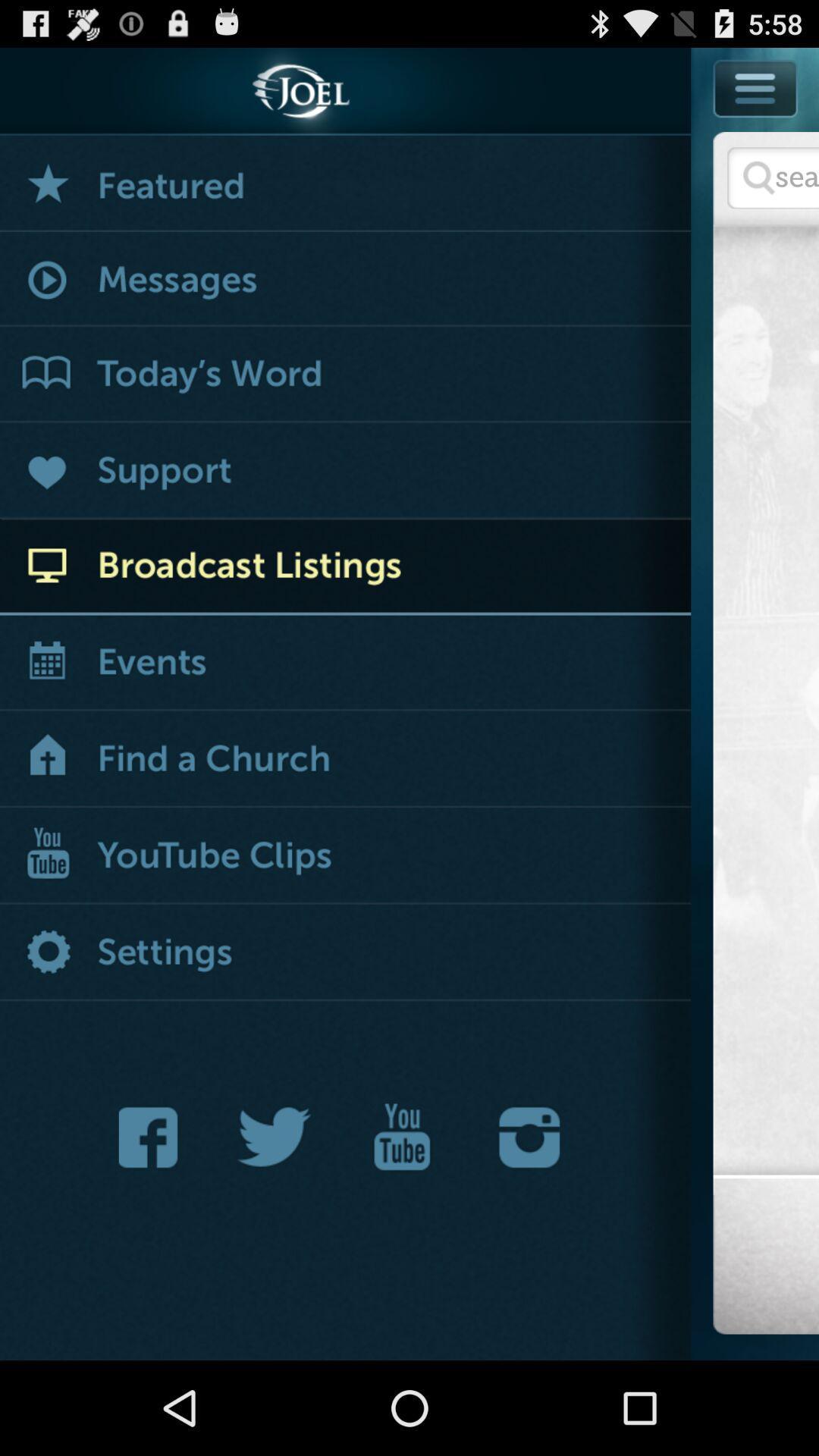 This screenshot has width=819, height=1456. What do you see at coordinates (345, 952) in the screenshot?
I see `settings` at bounding box center [345, 952].